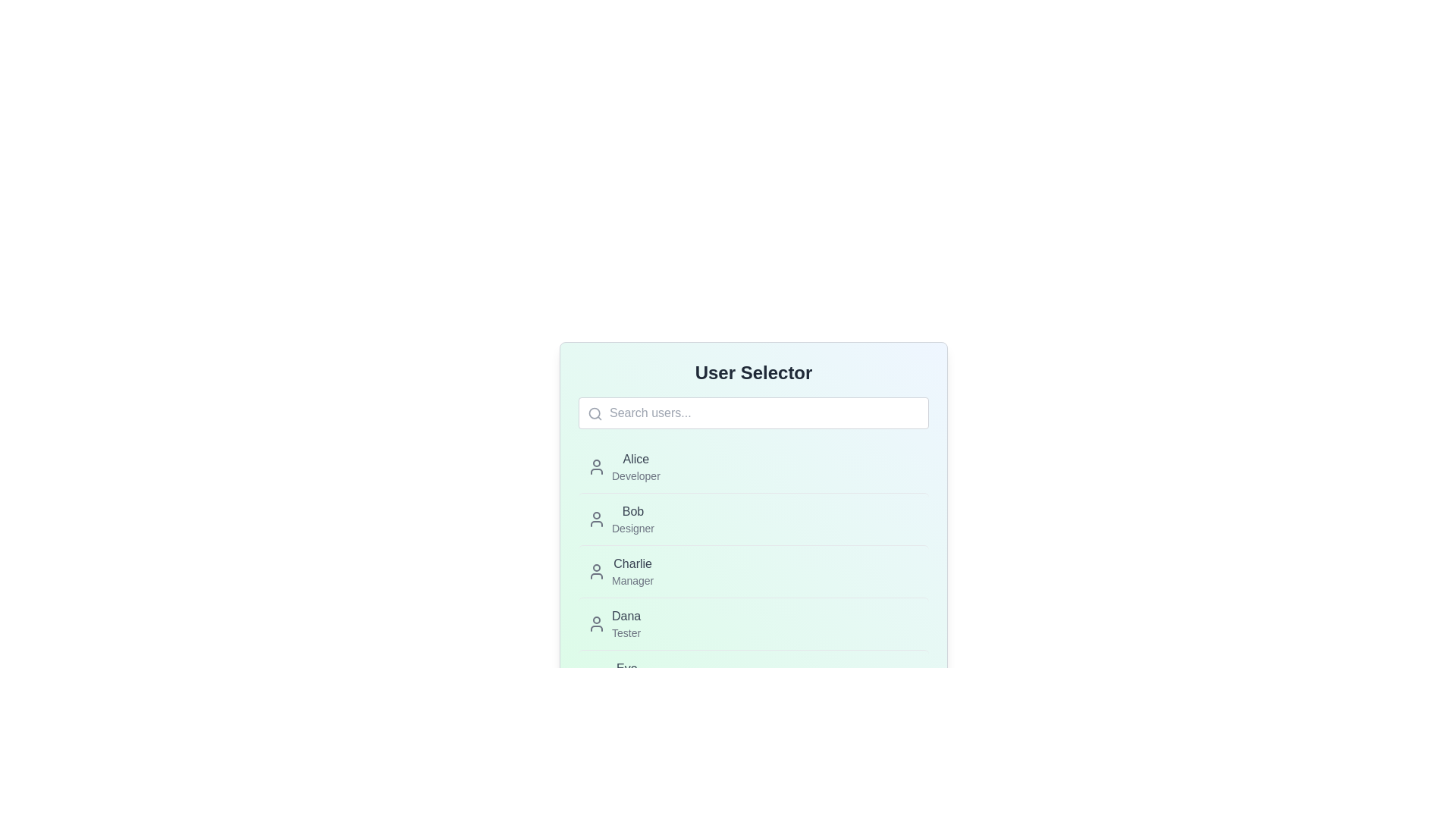 This screenshot has height=819, width=1456. What do you see at coordinates (633, 512) in the screenshot?
I see `text label indicating the name of the user in the second entry of the user list, located next to the label 'Designer' and below the 'Alice - Developer' entry` at bounding box center [633, 512].